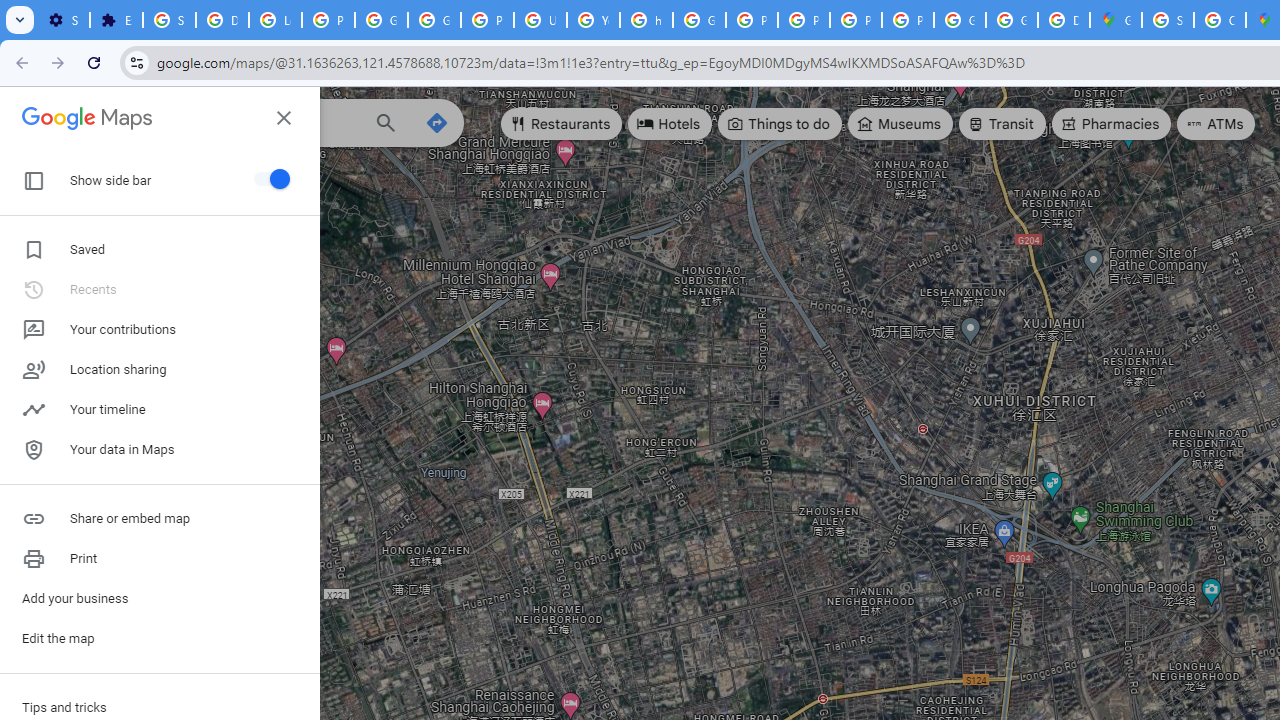 The width and height of the screenshot is (1280, 720). What do you see at coordinates (160, 707) in the screenshot?
I see `'Tips and tricks'` at bounding box center [160, 707].